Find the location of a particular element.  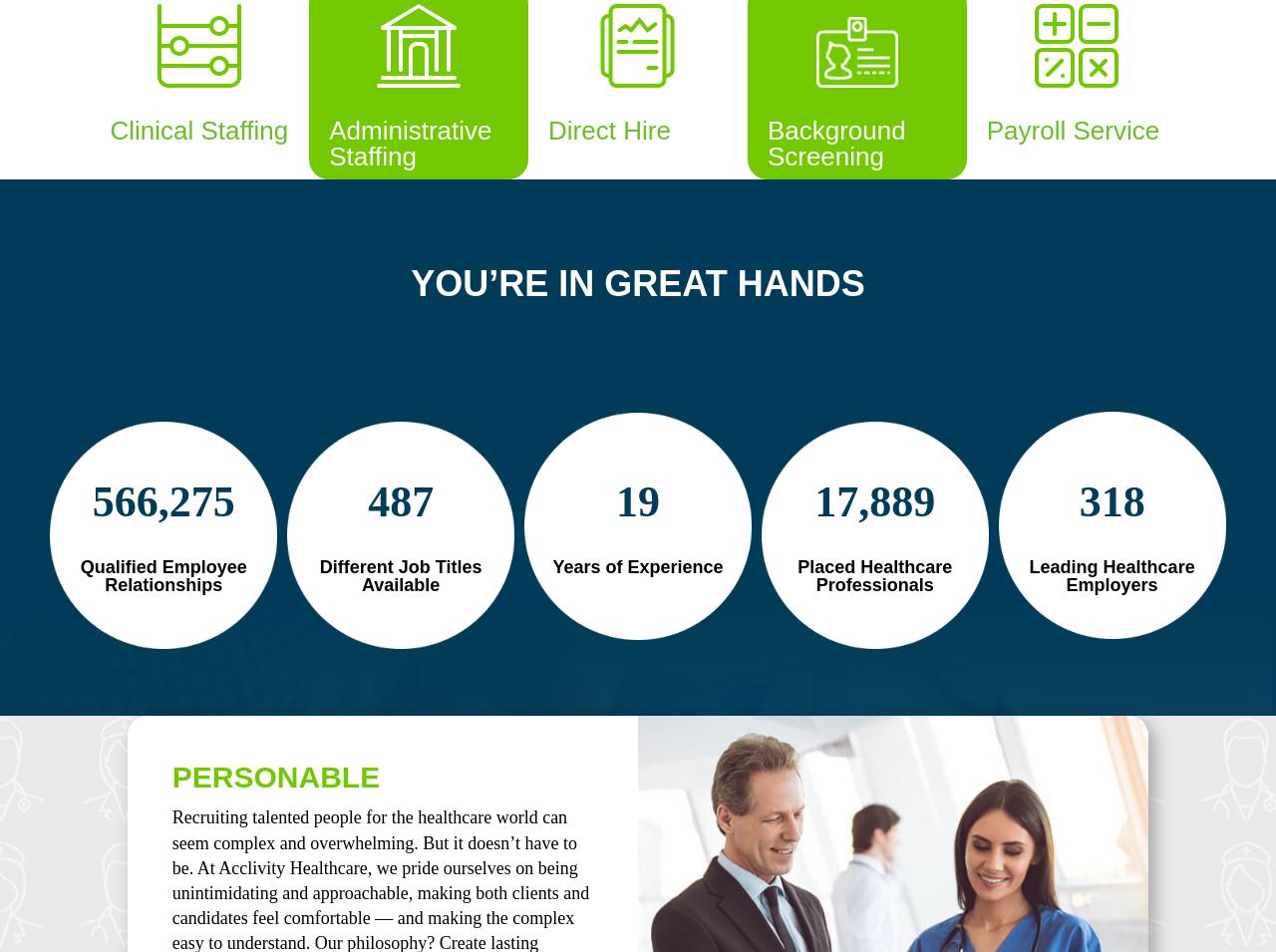

'Background Screening' is located at coordinates (835, 141).